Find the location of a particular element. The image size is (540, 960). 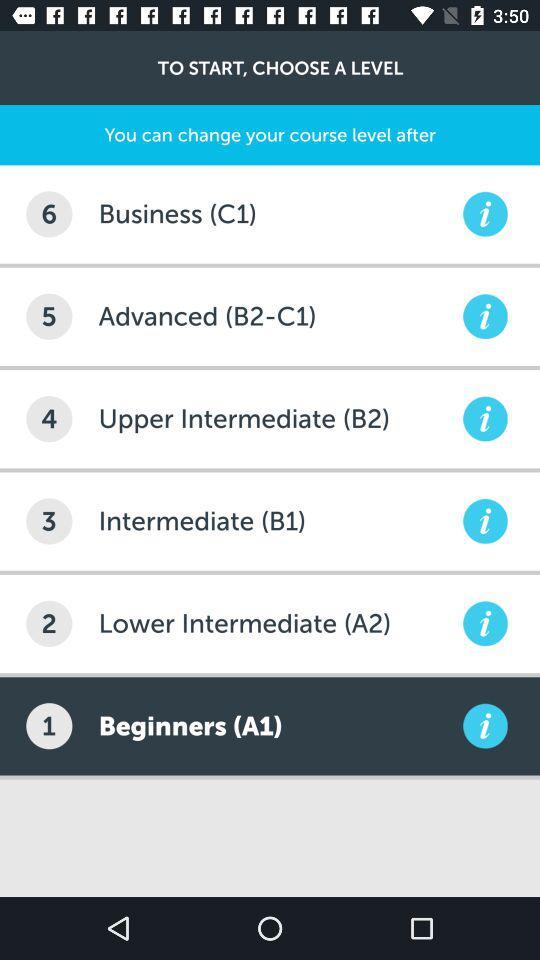

5 icon is located at coordinates (49, 316).